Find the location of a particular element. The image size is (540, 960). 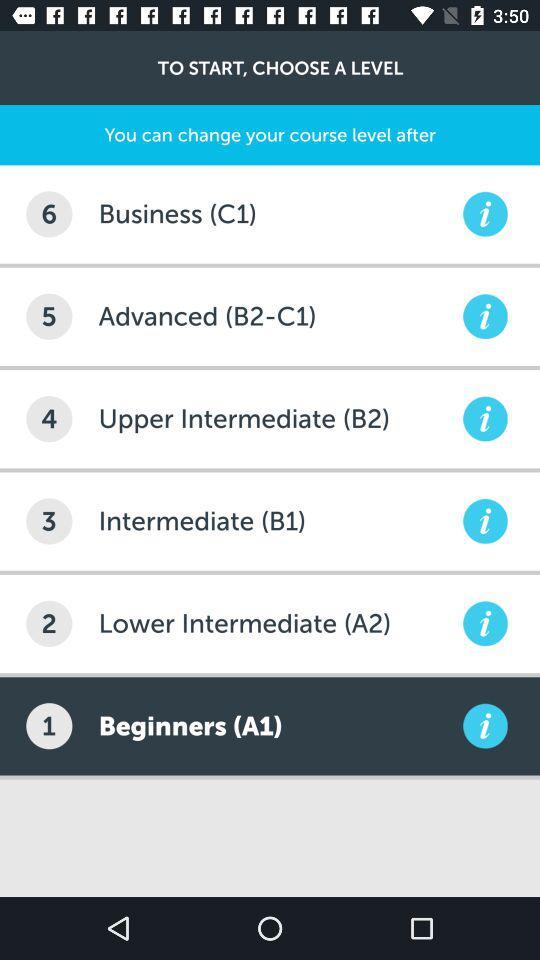

5 icon is located at coordinates (49, 316).